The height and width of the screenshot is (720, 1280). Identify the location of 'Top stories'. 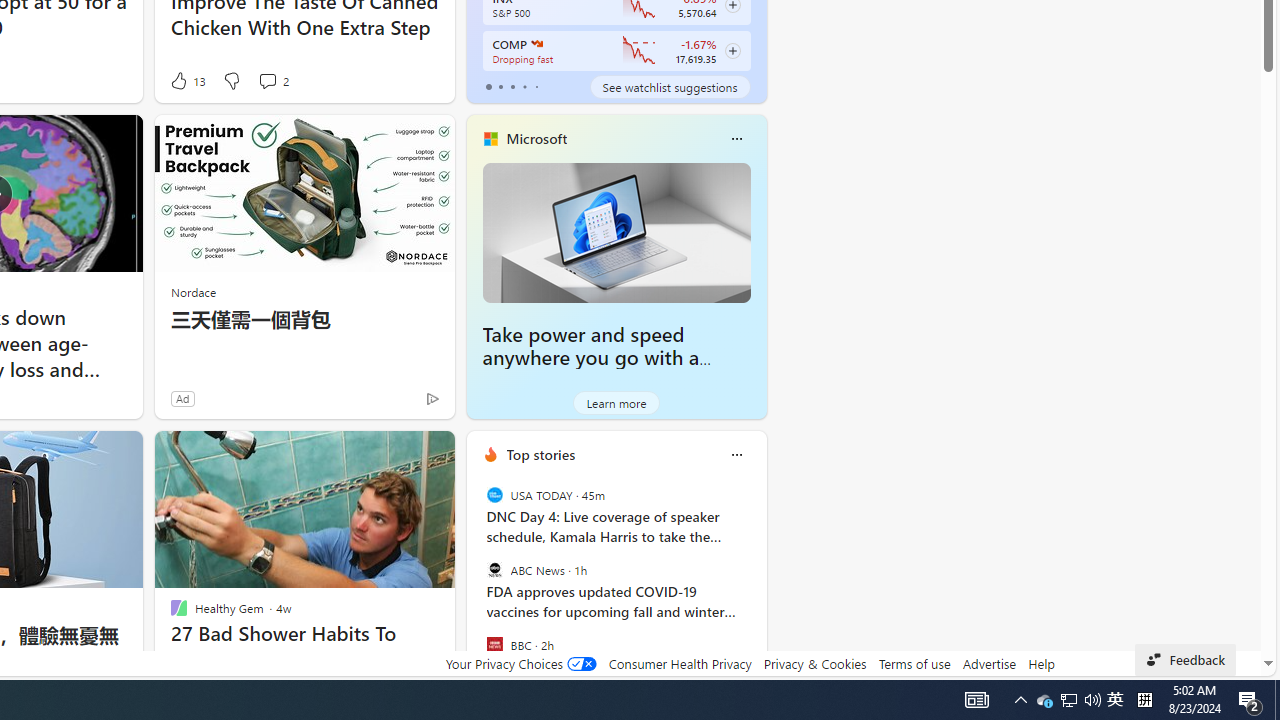
(540, 454).